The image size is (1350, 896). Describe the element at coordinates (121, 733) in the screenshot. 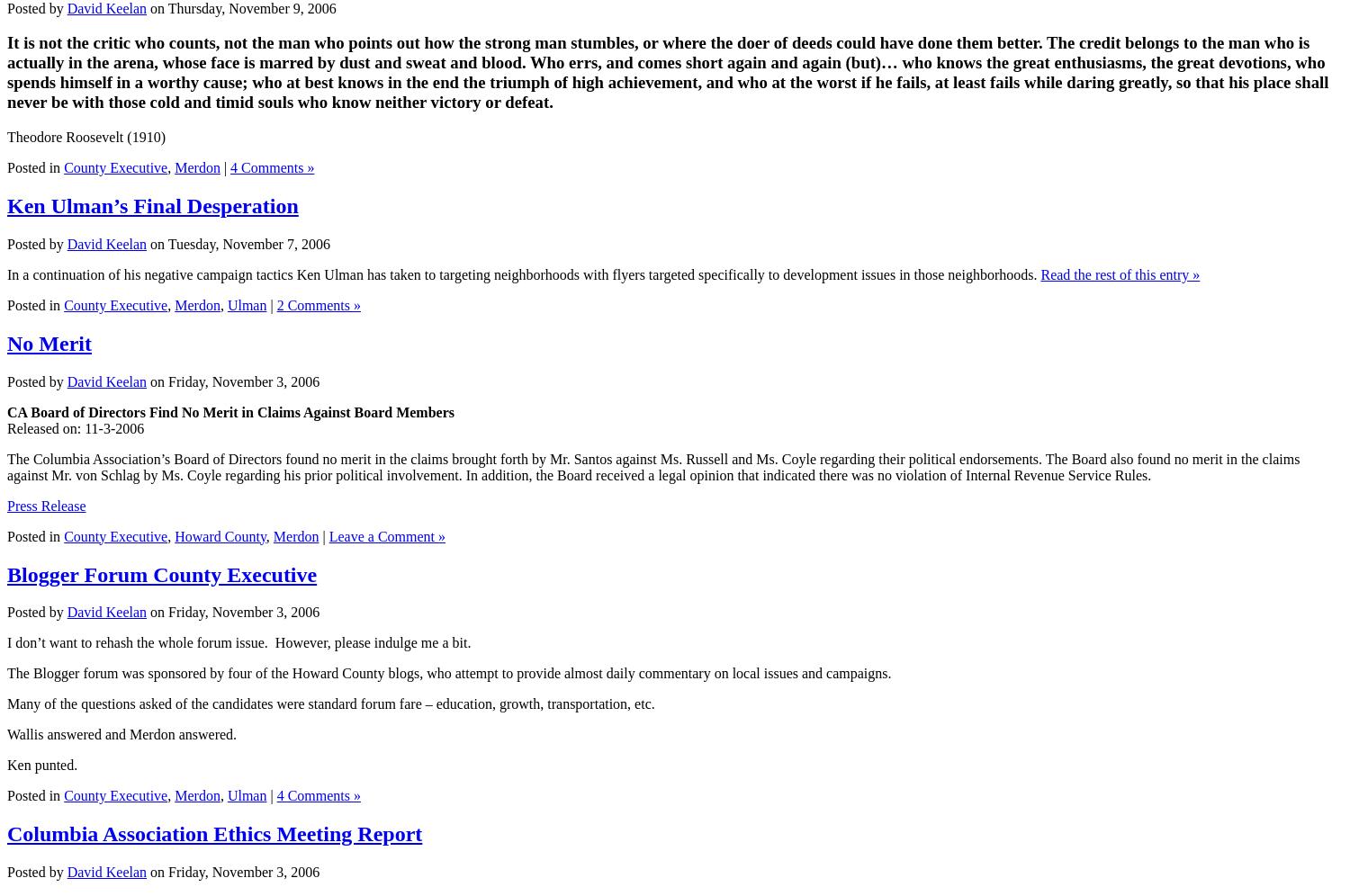

I see `'Wallis answered and Merdon answered.'` at that location.